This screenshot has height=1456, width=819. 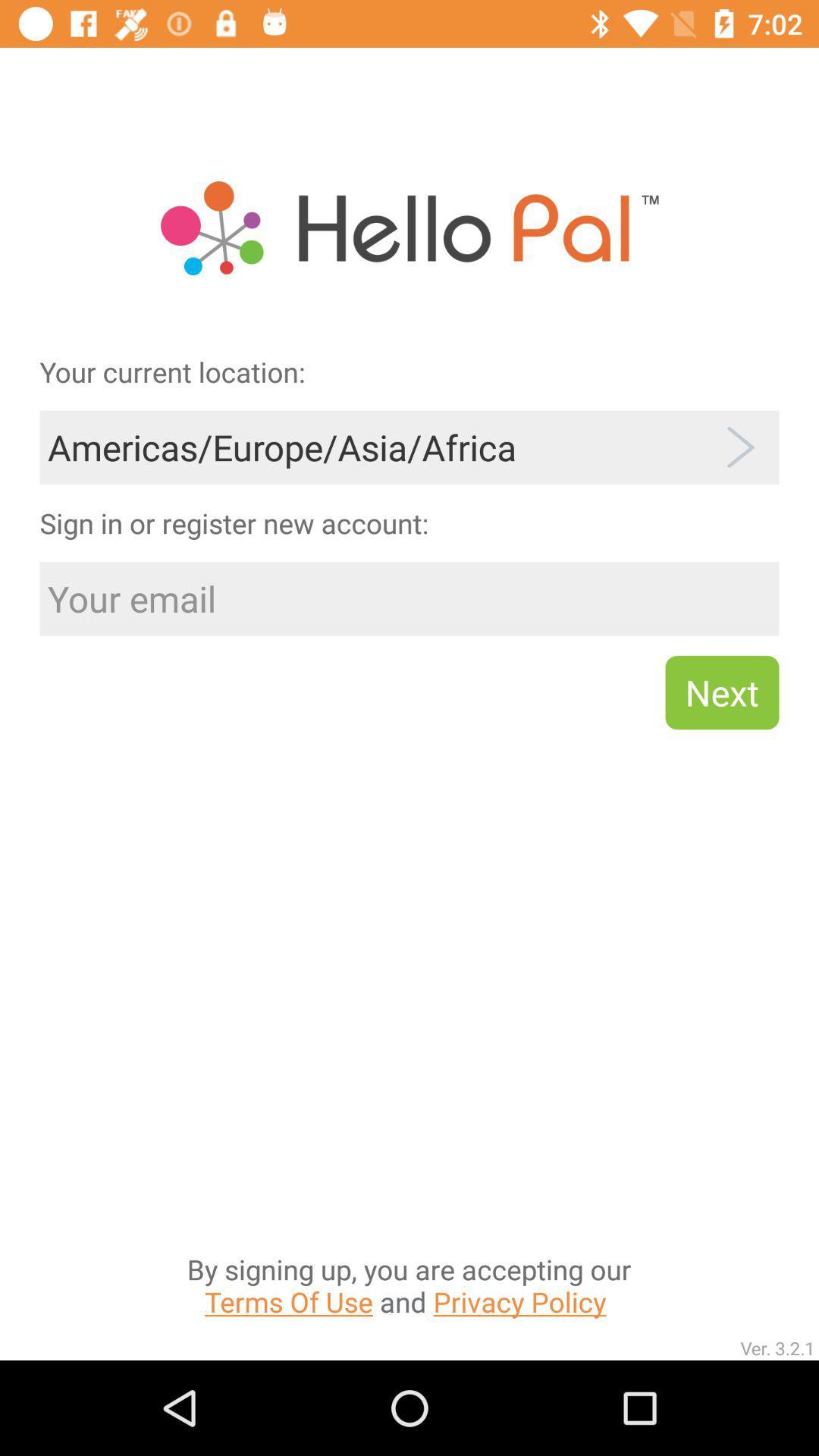 What do you see at coordinates (408, 1133) in the screenshot?
I see `the by signing up icon` at bounding box center [408, 1133].